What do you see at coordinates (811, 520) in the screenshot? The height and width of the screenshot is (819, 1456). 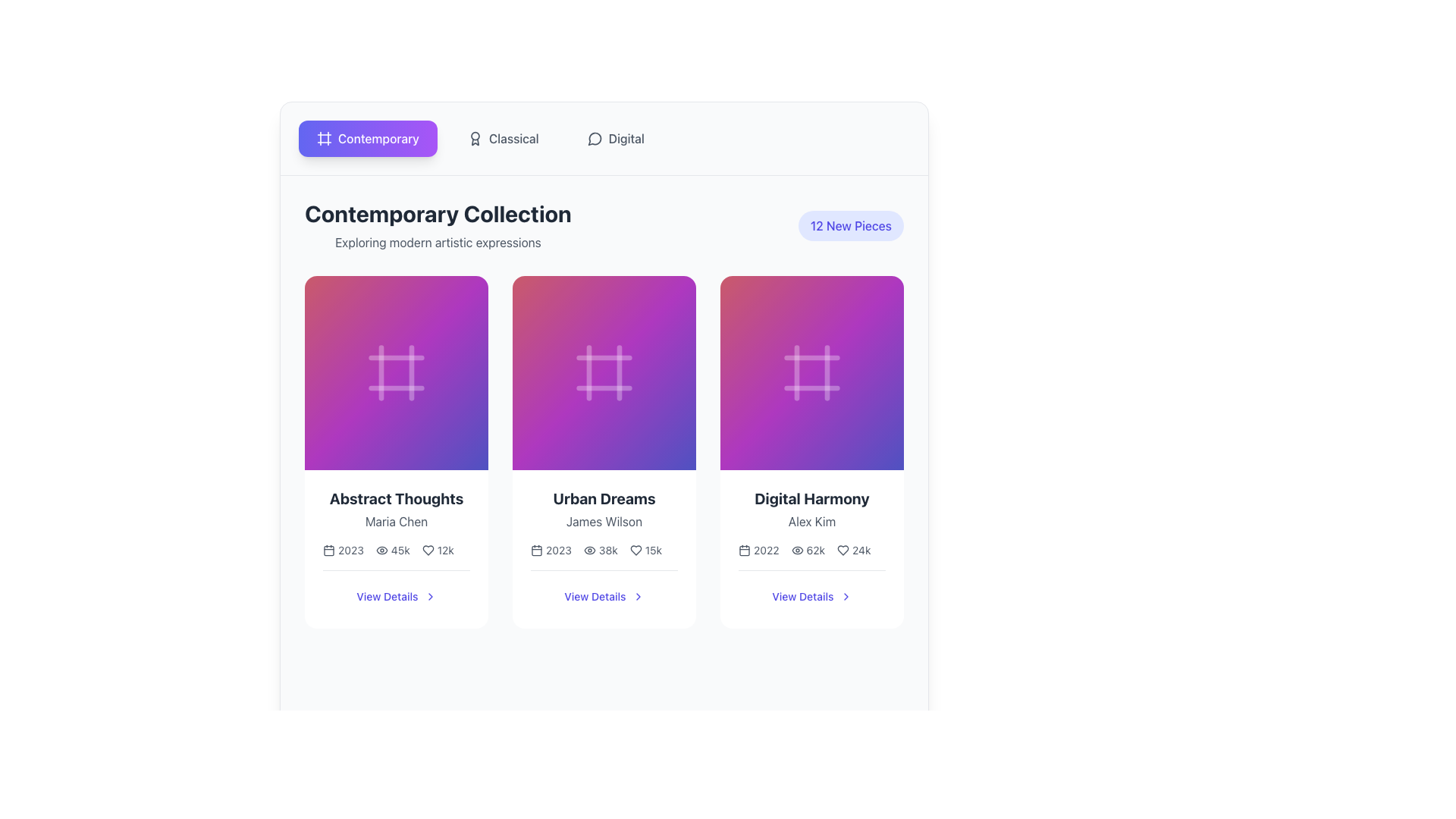 I see `the Text label that designates the author for the digital item 'Digital Harmony', located below the title and above the metadata row in the rightmost column of the grid layout` at bounding box center [811, 520].